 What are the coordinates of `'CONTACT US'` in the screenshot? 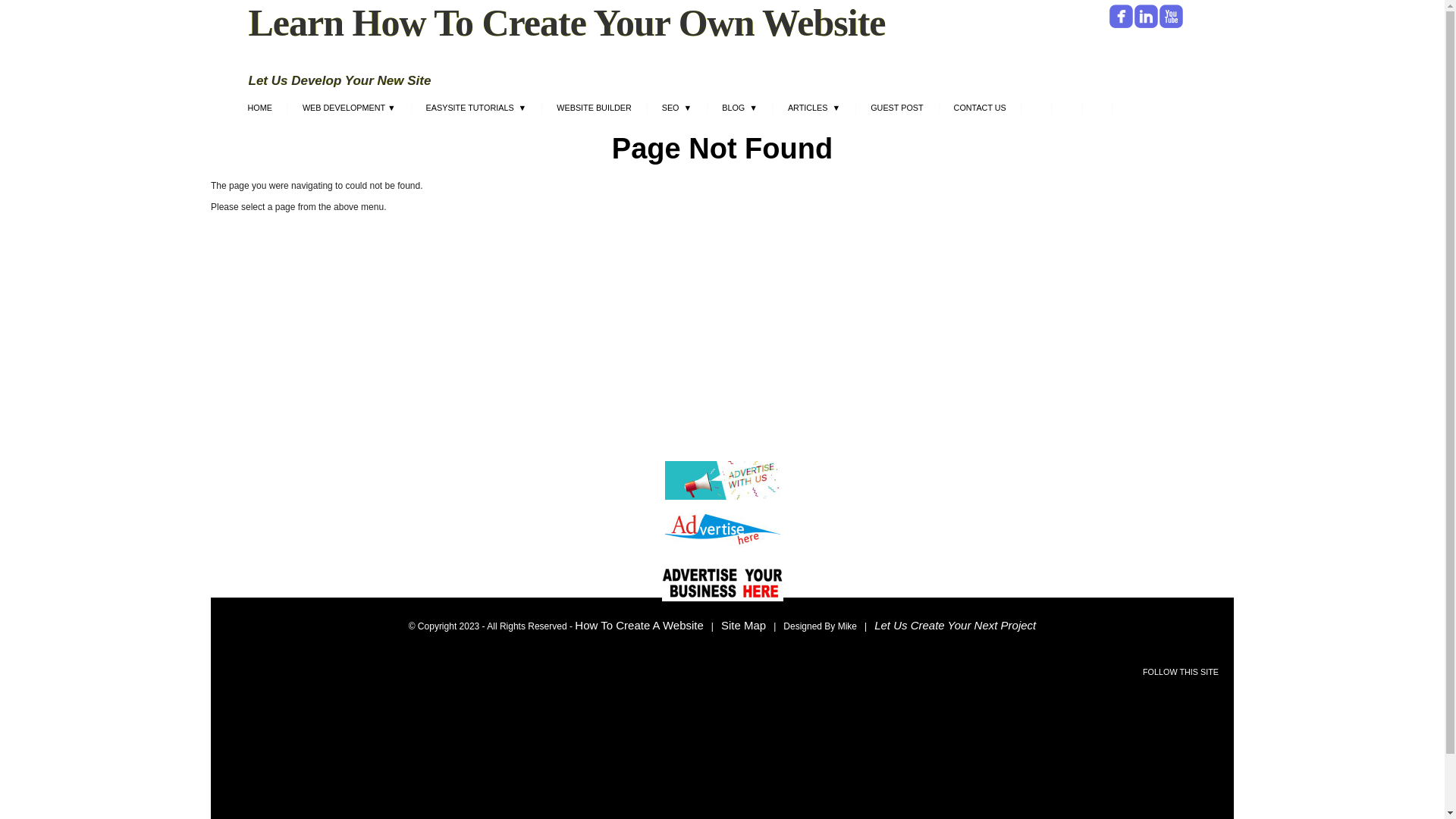 It's located at (938, 109).